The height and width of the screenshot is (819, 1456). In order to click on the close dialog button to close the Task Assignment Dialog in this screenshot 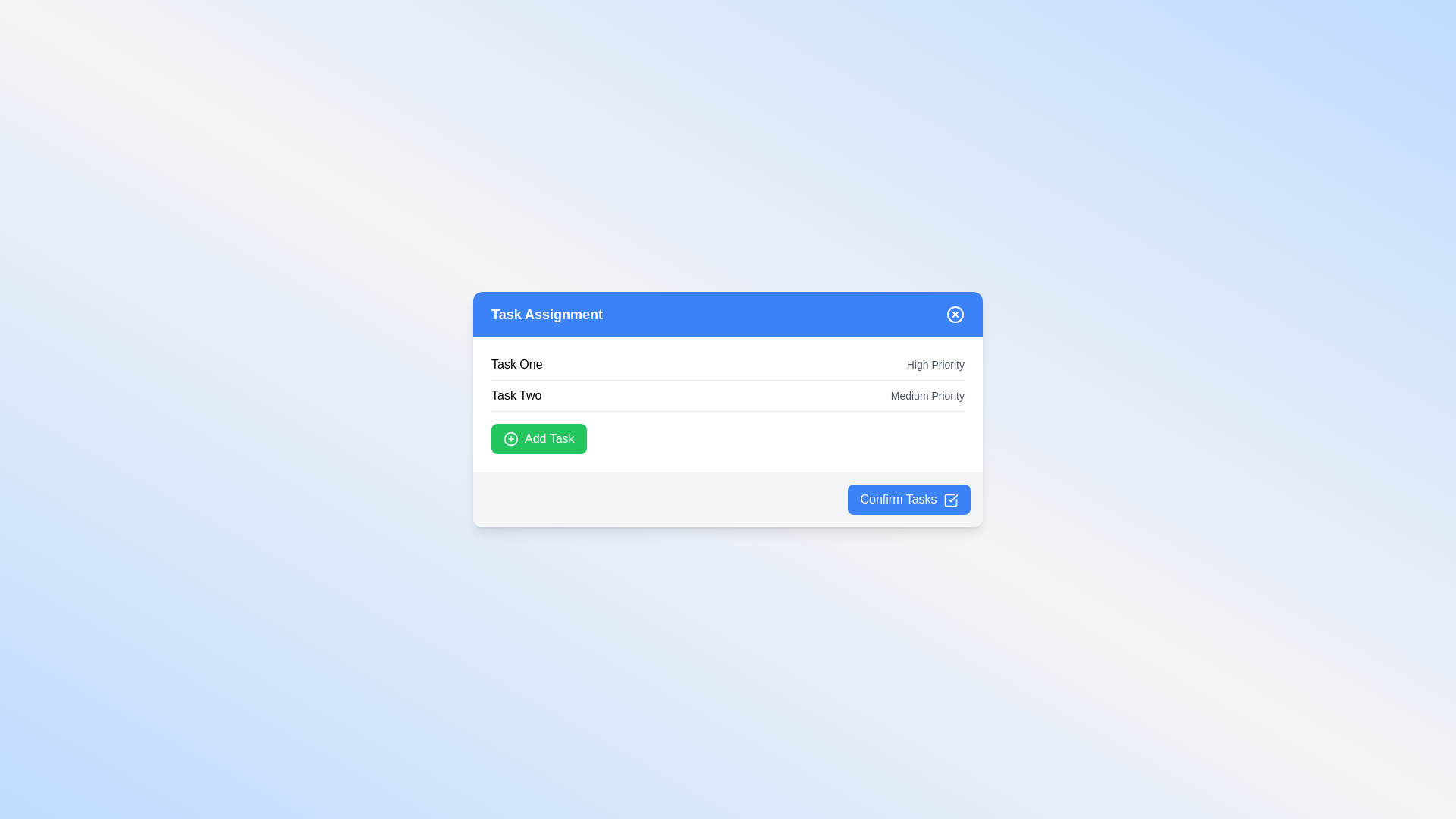, I will do `click(954, 314)`.